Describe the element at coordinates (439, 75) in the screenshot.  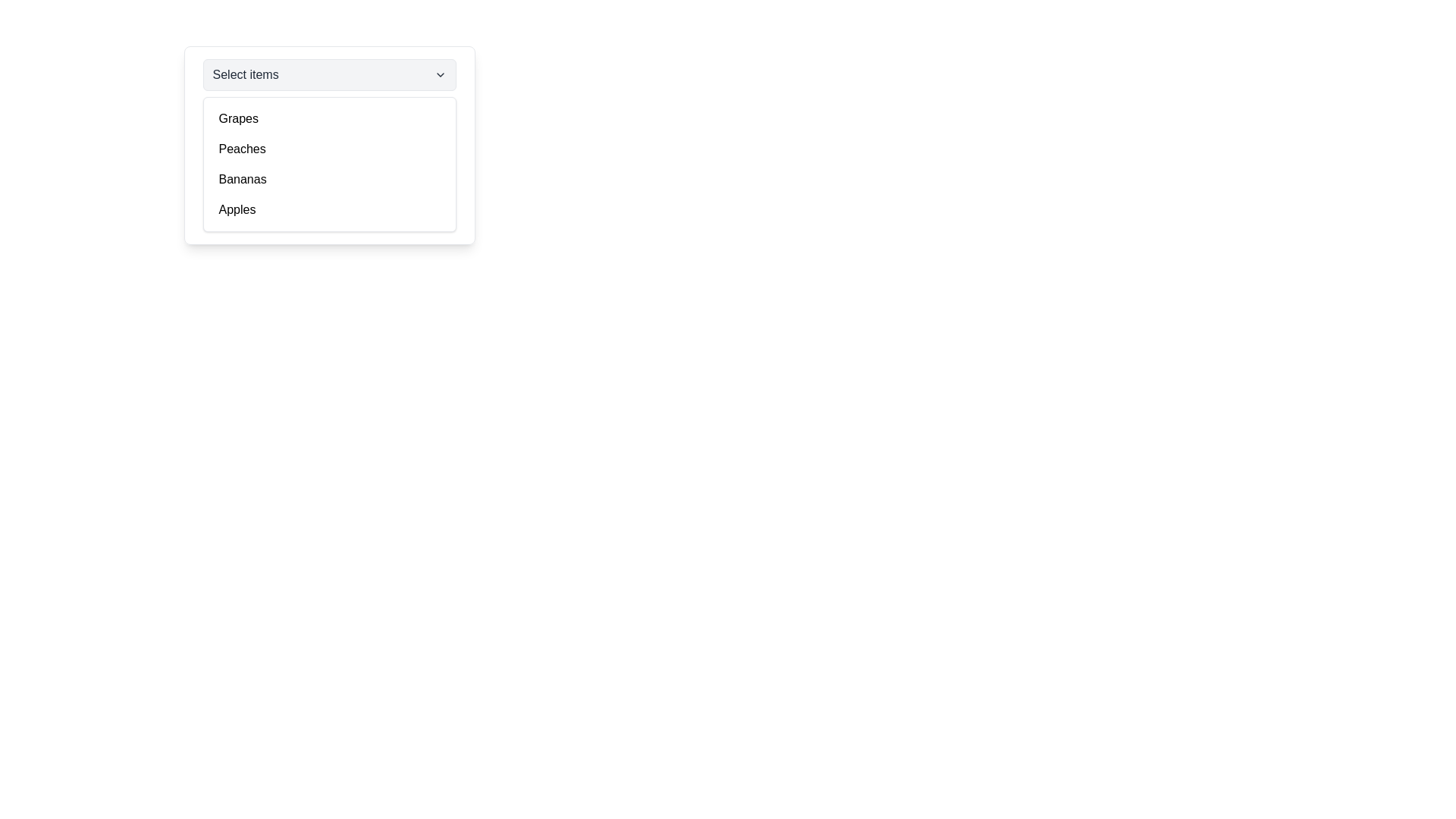
I see `the Dropdown indicator icon (chevron) located on the far right side of the header section of the dropdown menu, adjacent to the 'Select items' text` at that location.